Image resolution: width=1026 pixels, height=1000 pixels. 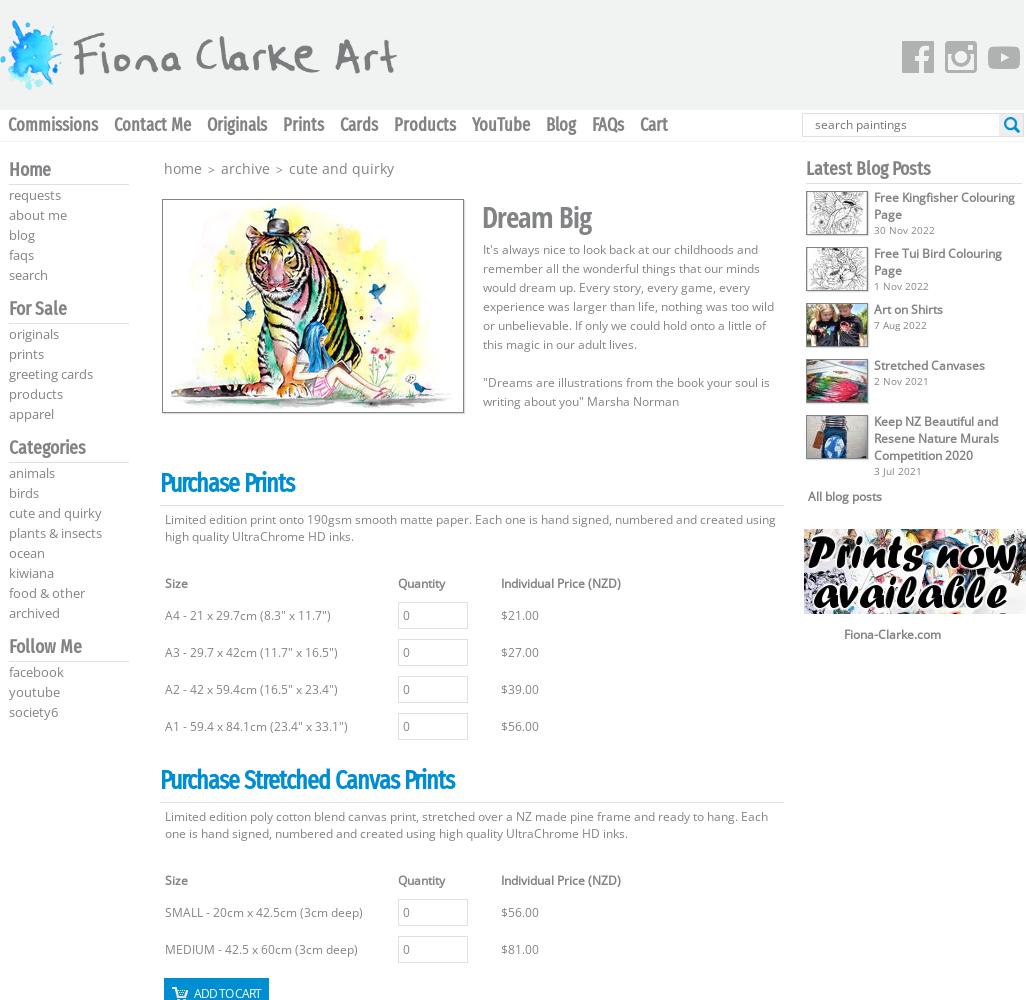 What do you see at coordinates (873, 364) in the screenshot?
I see `'Stretched Canvases'` at bounding box center [873, 364].